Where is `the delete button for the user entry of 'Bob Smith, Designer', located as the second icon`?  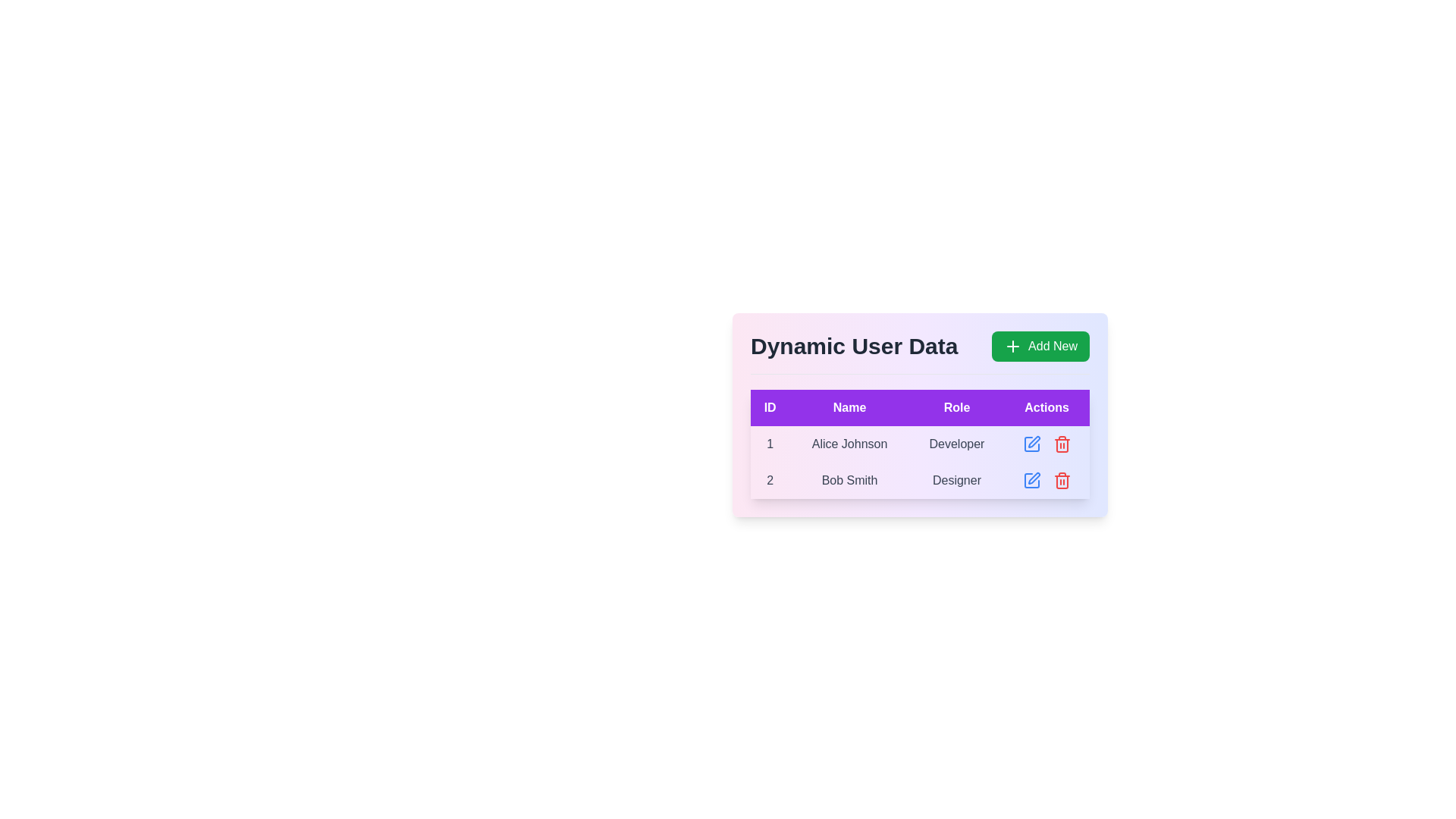
the delete button for the user entry of 'Bob Smith, Designer', located as the second icon is located at coordinates (1061, 480).